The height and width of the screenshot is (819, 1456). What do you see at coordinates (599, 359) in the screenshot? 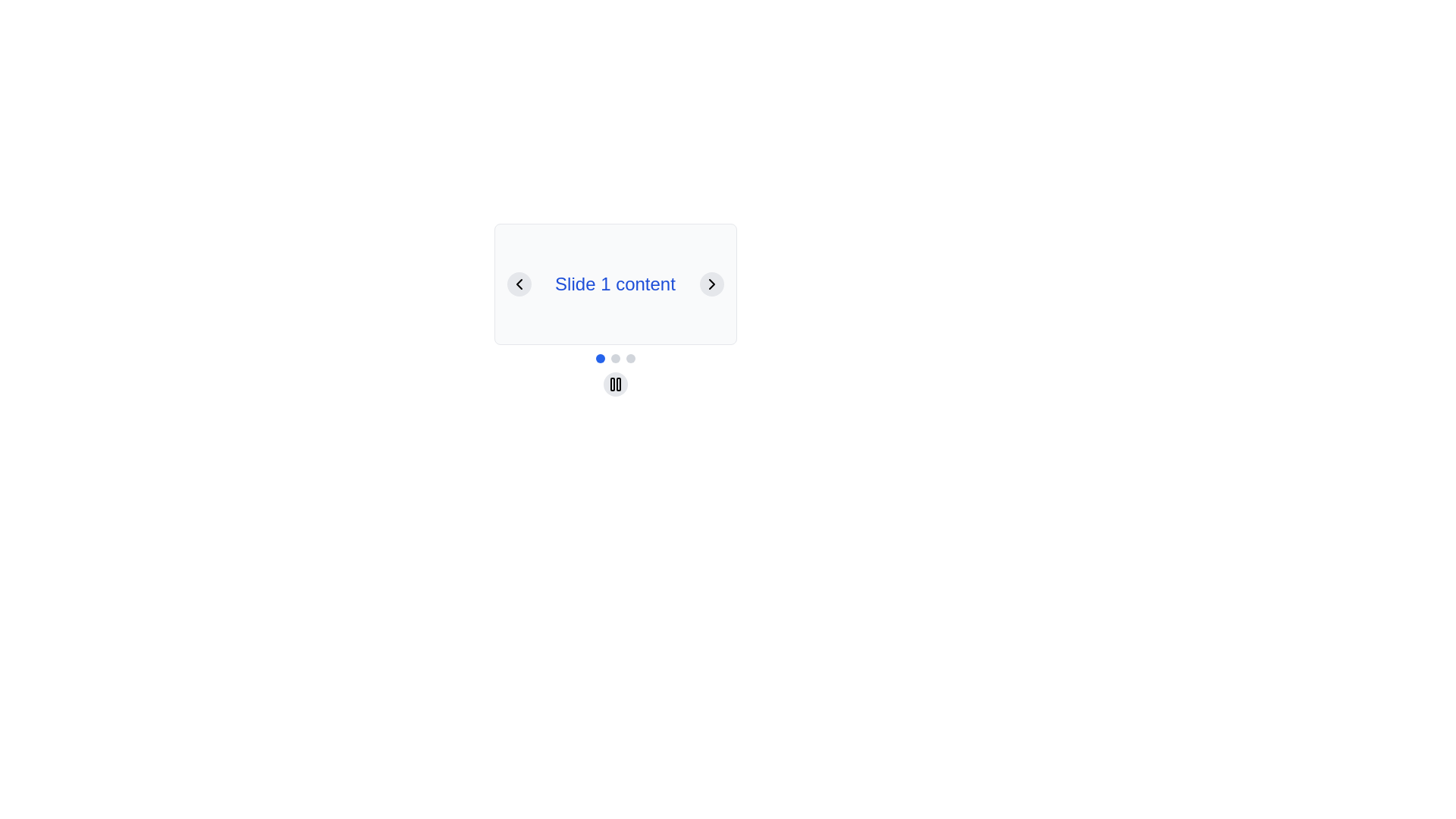
I see `the active state of the first blue Indicator Dot located below the slide content section, which is the leftmost of three indicators in a horizontal row` at bounding box center [599, 359].